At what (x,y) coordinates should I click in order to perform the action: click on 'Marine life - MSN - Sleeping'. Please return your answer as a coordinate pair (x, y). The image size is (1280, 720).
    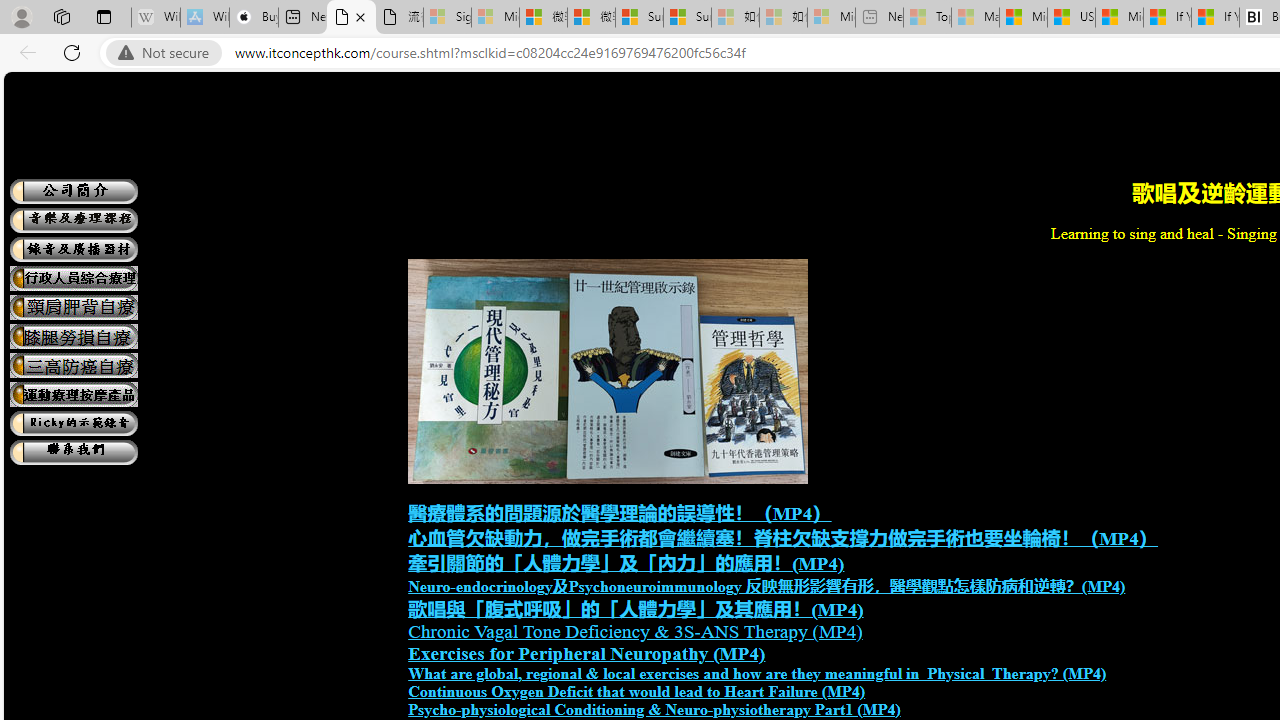
    Looking at the image, I should click on (976, 17).